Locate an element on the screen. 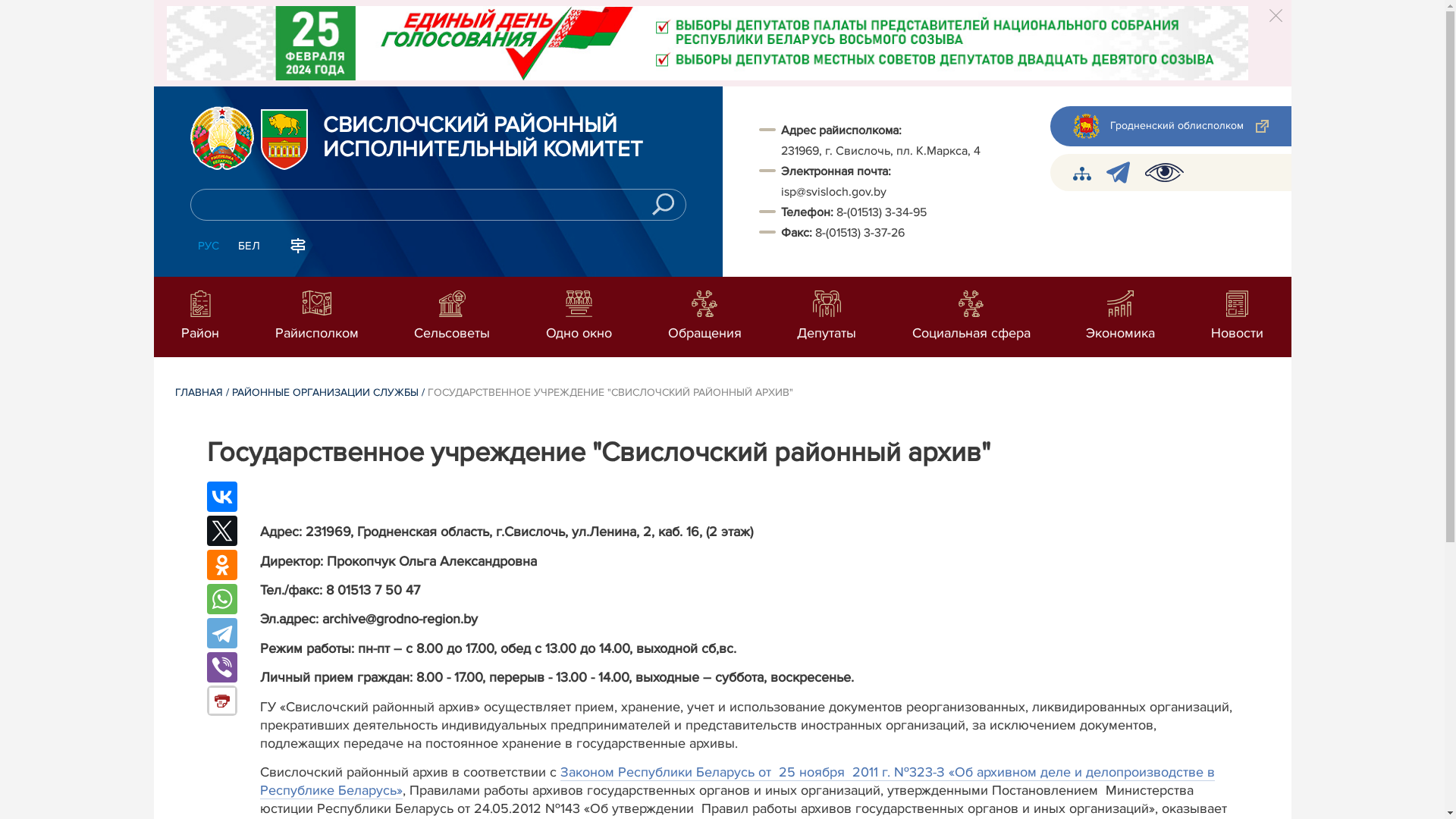 The width and height of the screenshot is (1456, 819). 'Telegram' is located at coordinates (221, 632).